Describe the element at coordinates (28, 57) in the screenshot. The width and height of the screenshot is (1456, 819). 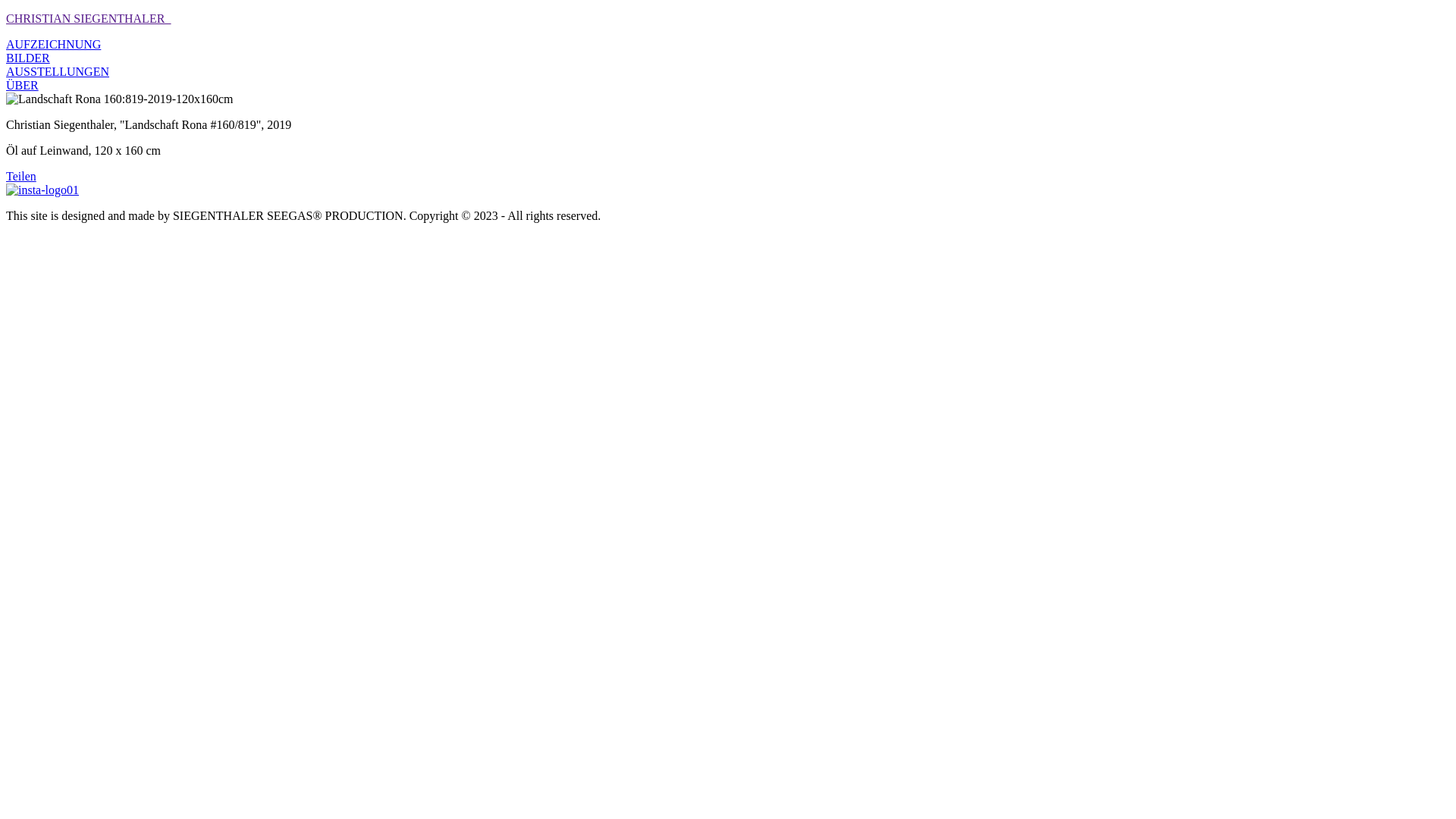
I see `'BILDER'` at that location.